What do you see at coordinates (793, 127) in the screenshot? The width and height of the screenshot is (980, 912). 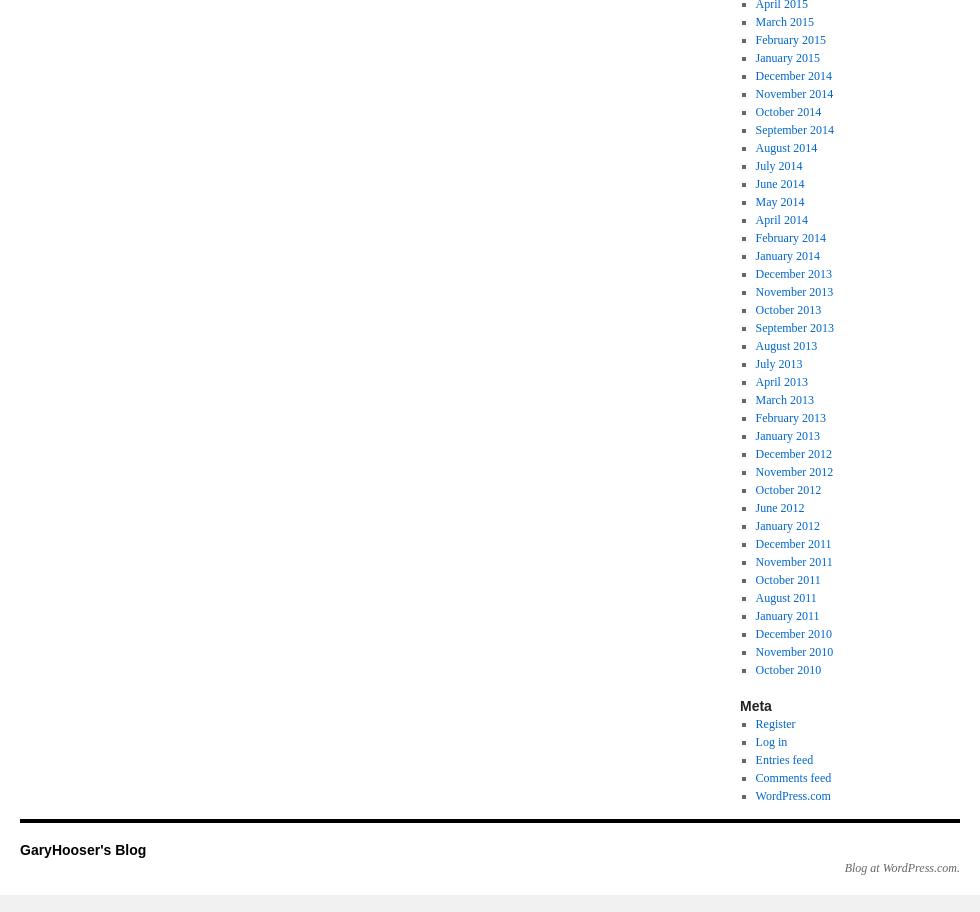 I see `'September 2014'` at bounding box center [793, 127].